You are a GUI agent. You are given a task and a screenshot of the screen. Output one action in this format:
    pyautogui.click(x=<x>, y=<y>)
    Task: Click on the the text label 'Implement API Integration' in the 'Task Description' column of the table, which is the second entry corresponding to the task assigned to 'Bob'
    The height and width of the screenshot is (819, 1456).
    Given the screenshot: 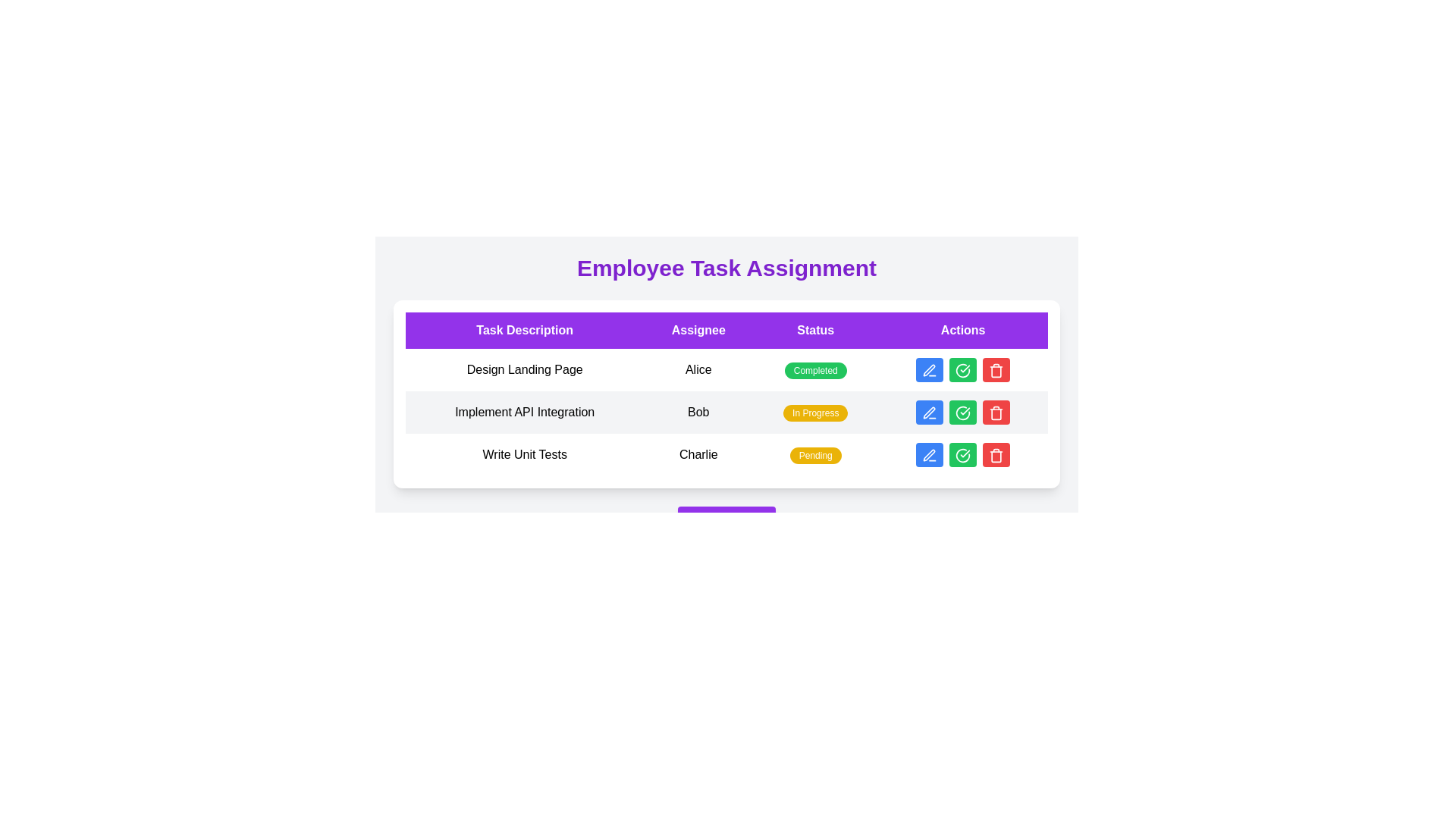 What is the action you would take?
    pyautogui.click(x=525, y=412)
    